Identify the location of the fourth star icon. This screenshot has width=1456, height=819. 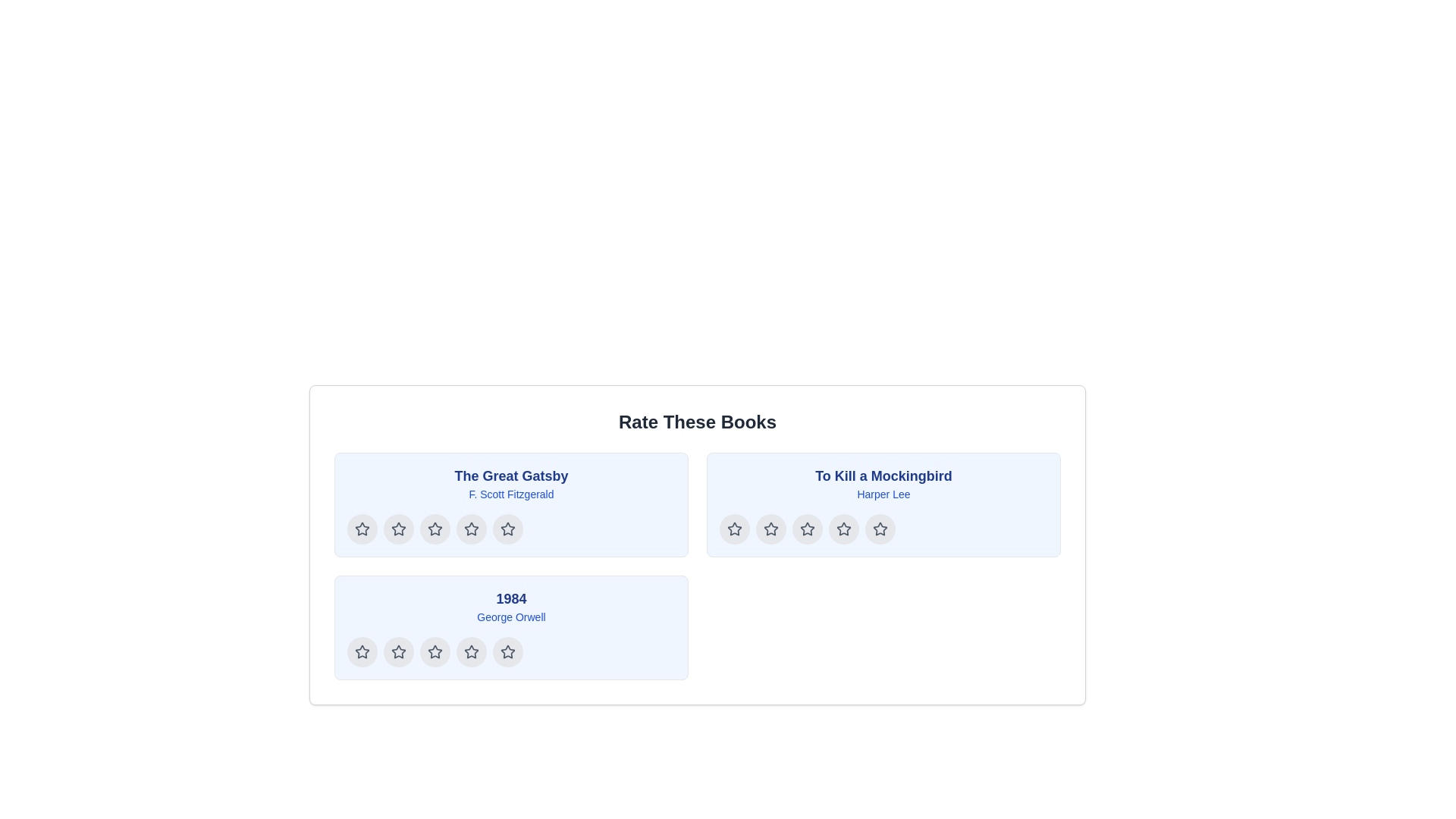
(511, 651).